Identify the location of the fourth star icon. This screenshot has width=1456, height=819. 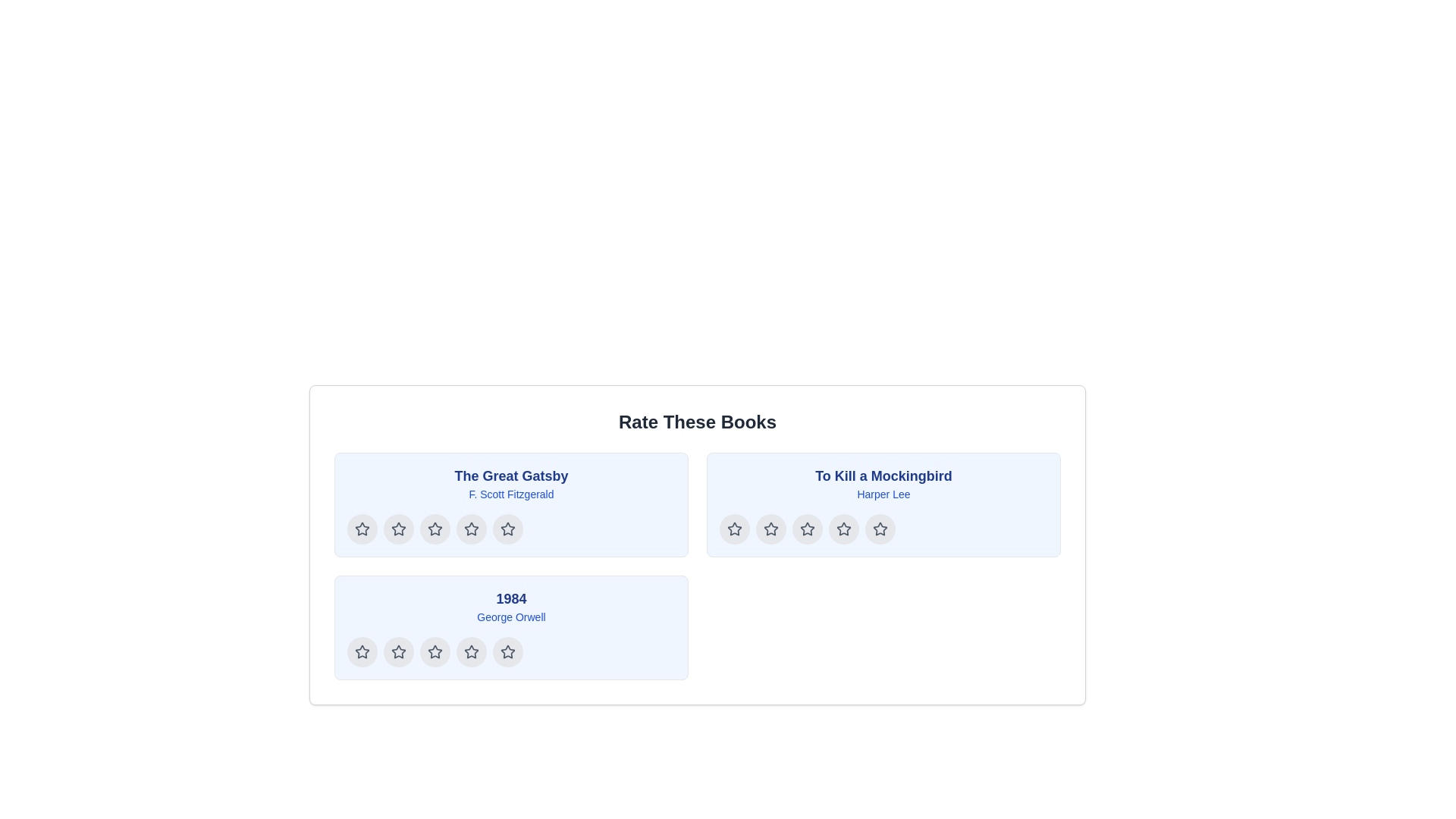
(511, 651).